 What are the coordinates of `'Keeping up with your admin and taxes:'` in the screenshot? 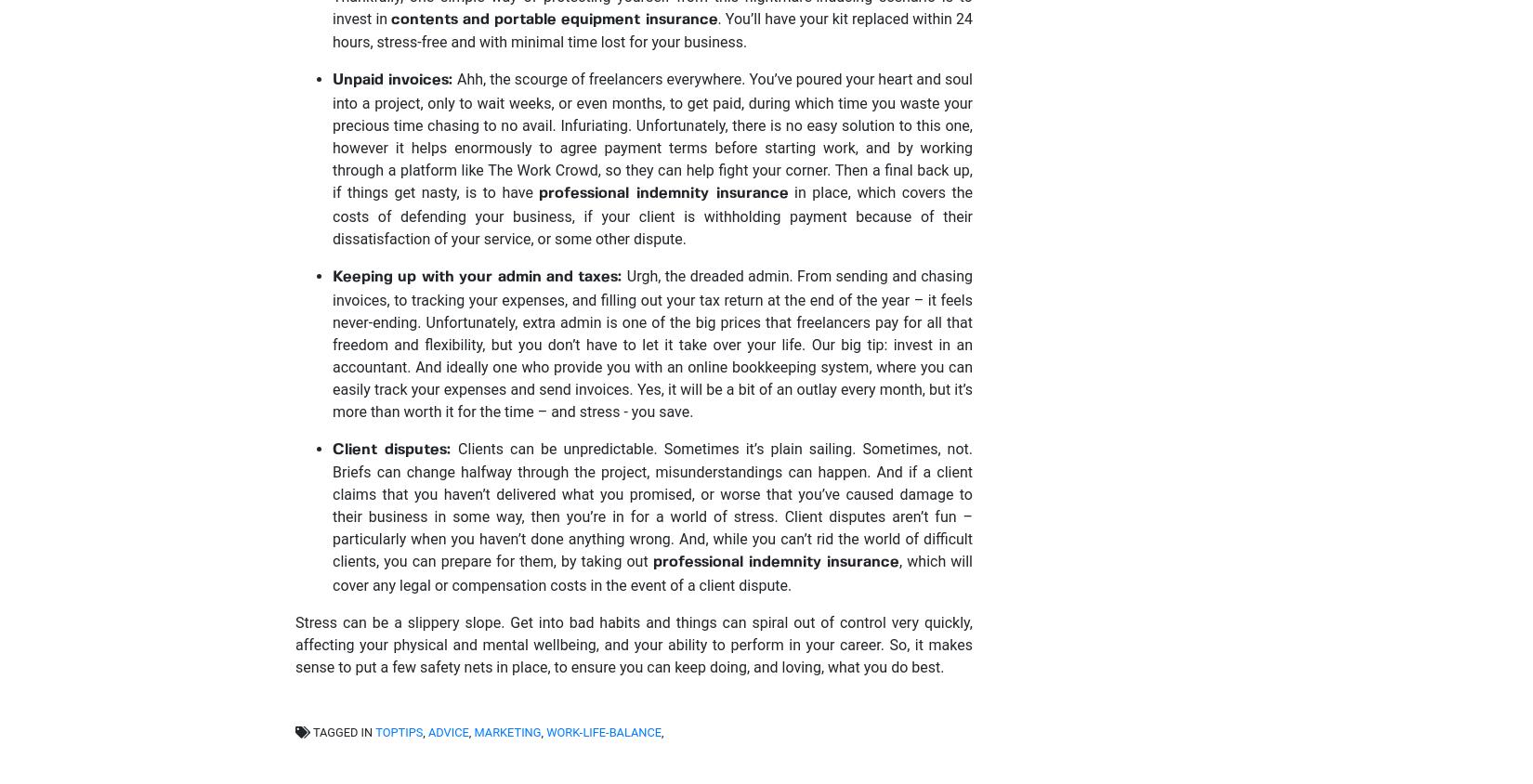 It's located at (478, 275).